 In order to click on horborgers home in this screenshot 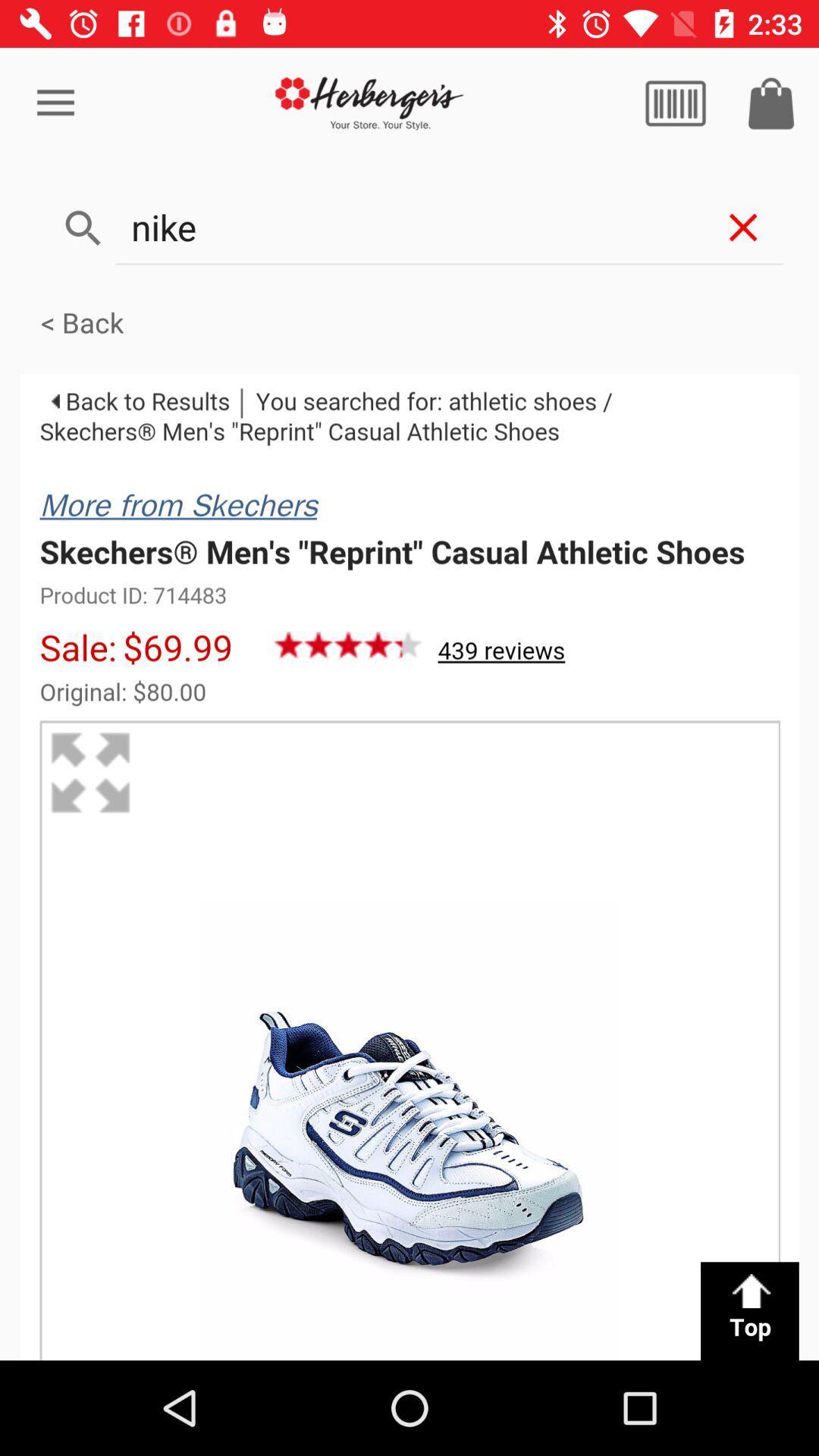, I will do `click(369, 102)`.